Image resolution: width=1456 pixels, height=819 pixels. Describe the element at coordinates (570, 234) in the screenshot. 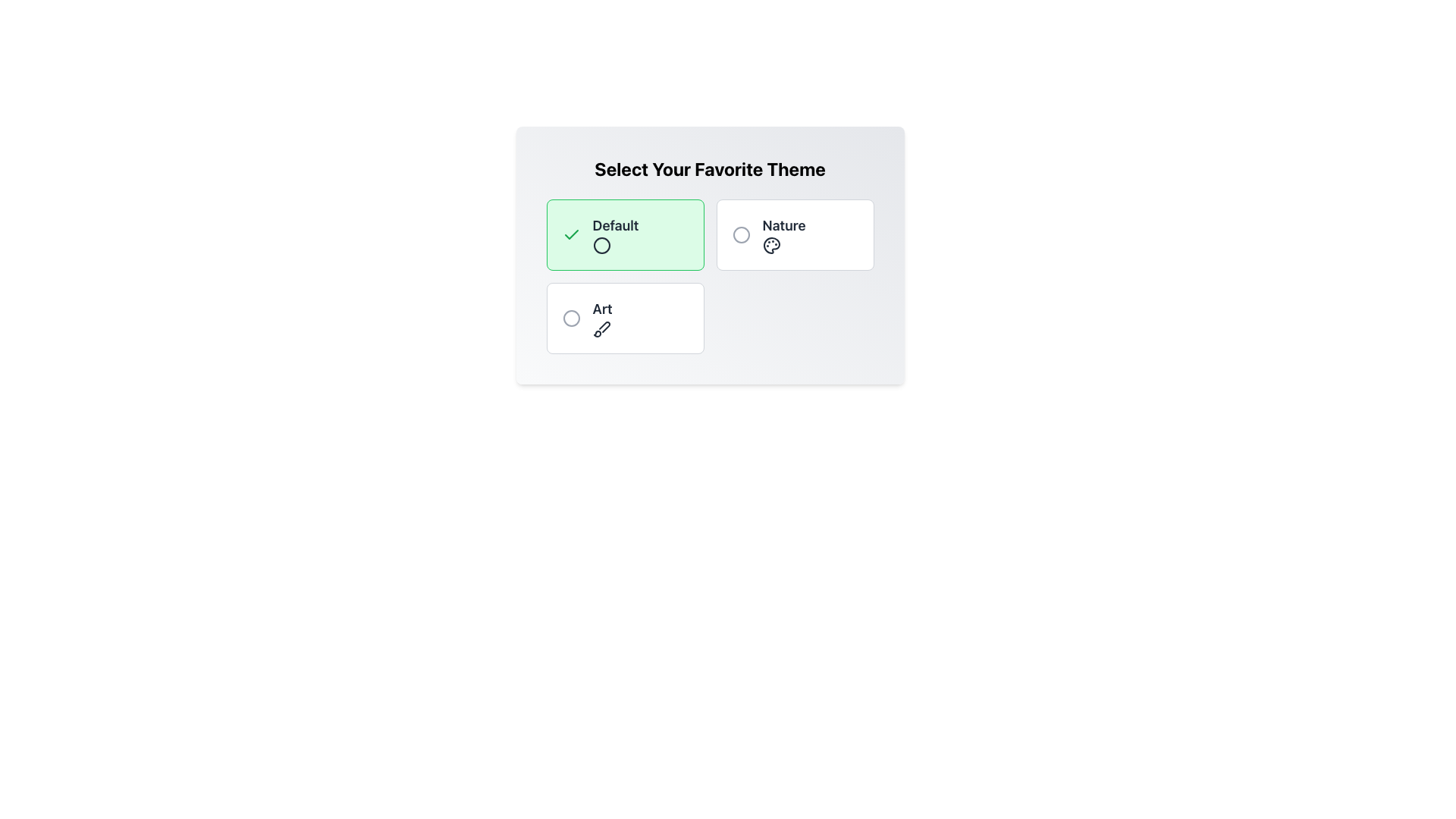

I see `the 'Default' radio button icon which indicates that the 'Default' option is currently selected` at that location.